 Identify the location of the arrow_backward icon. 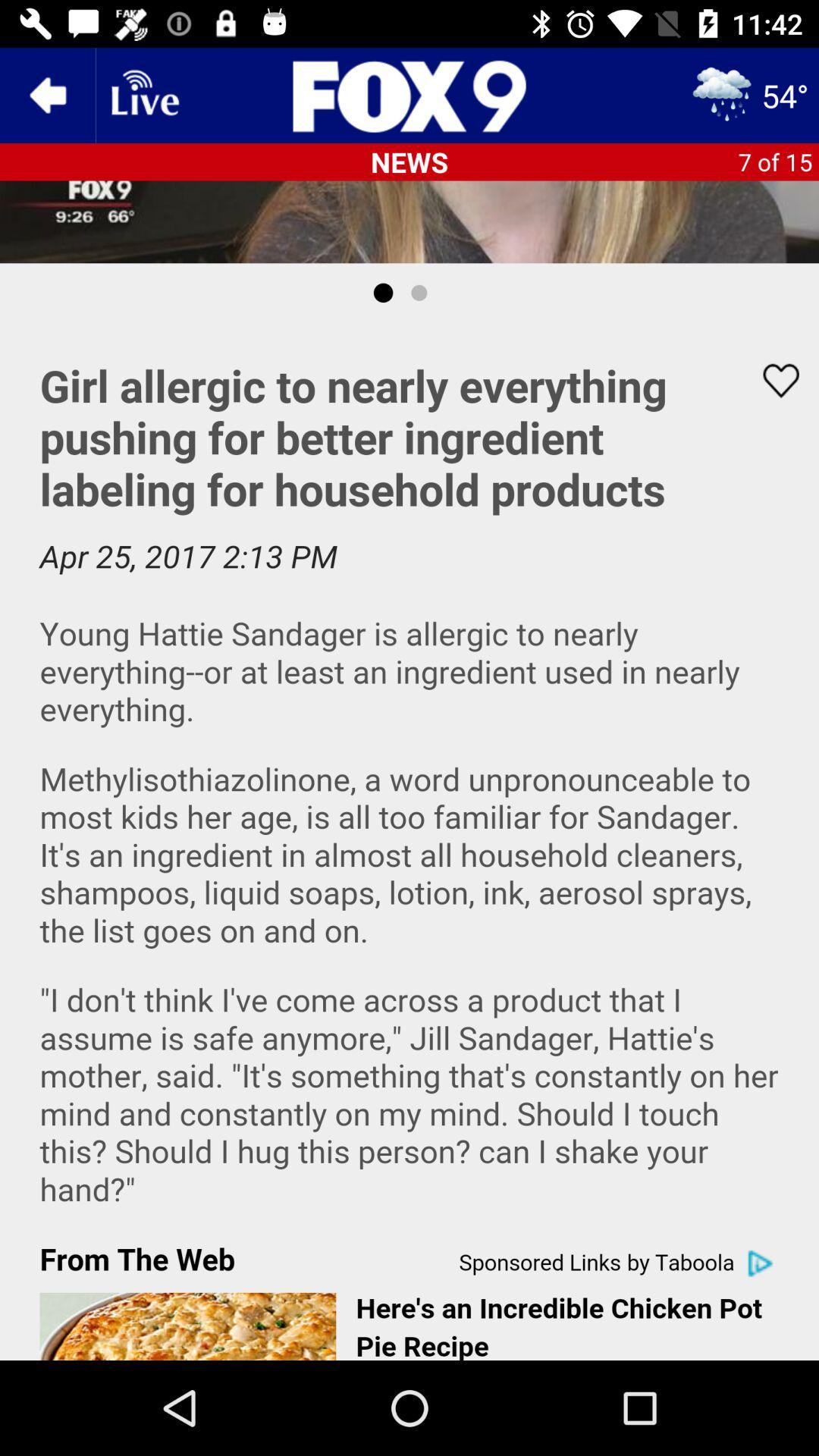
(46, 94).